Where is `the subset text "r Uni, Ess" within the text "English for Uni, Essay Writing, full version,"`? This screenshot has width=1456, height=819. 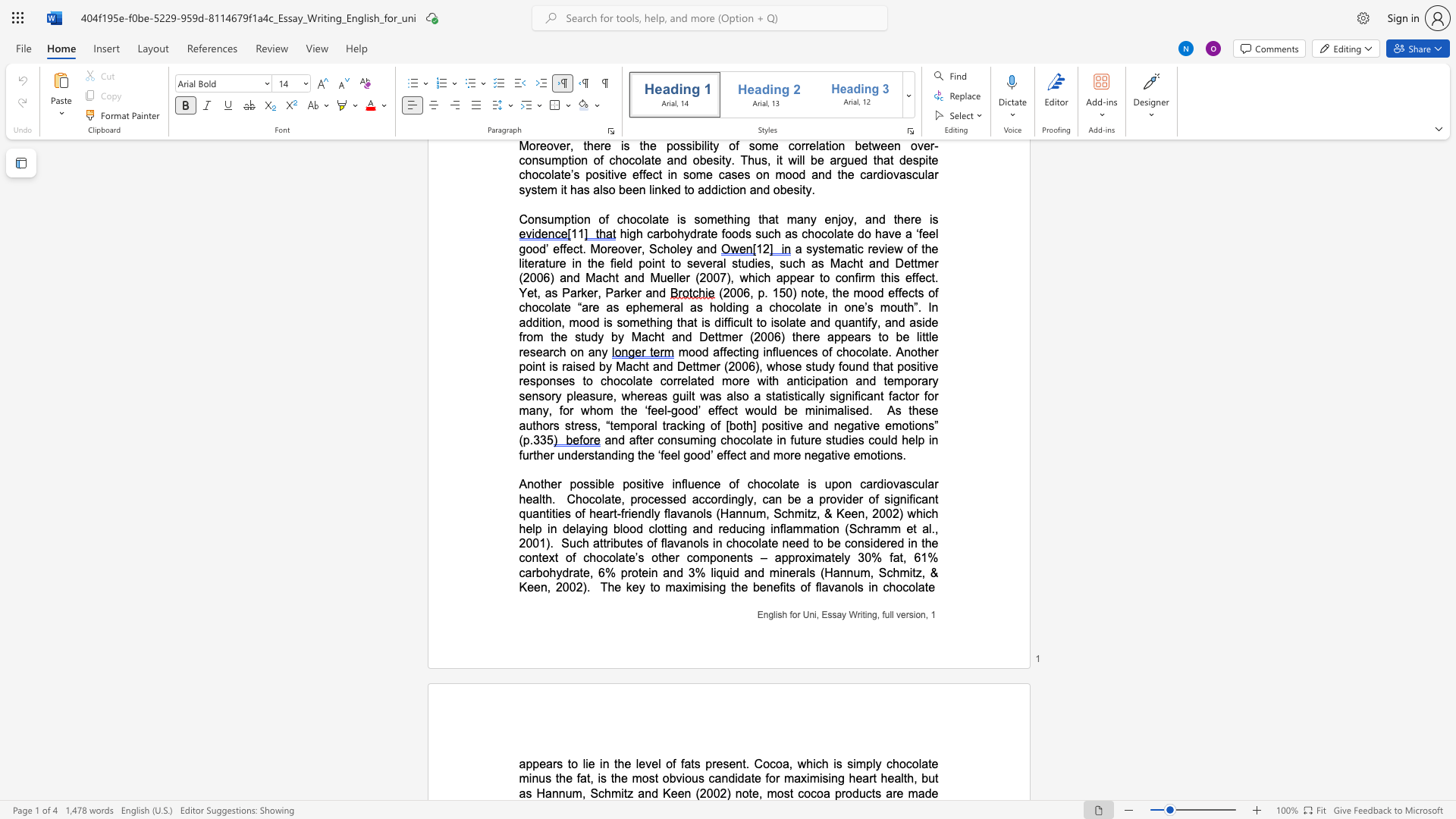 the subset text "r Uni, Ess" within the text "English for Uni, Essay Writing, full version," is located at coordinates (796, 614).